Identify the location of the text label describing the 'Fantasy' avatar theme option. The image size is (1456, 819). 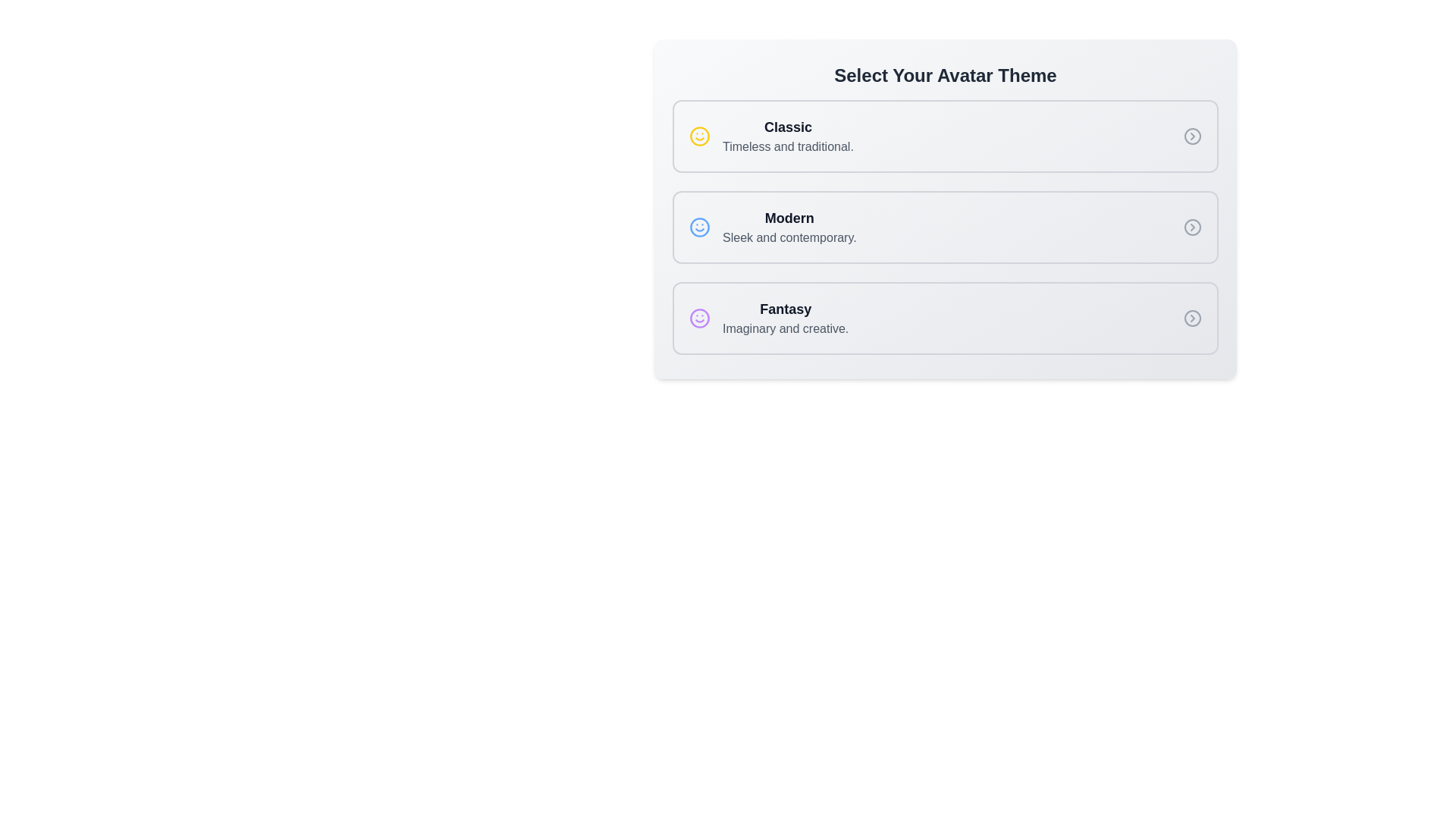
(786, 328).